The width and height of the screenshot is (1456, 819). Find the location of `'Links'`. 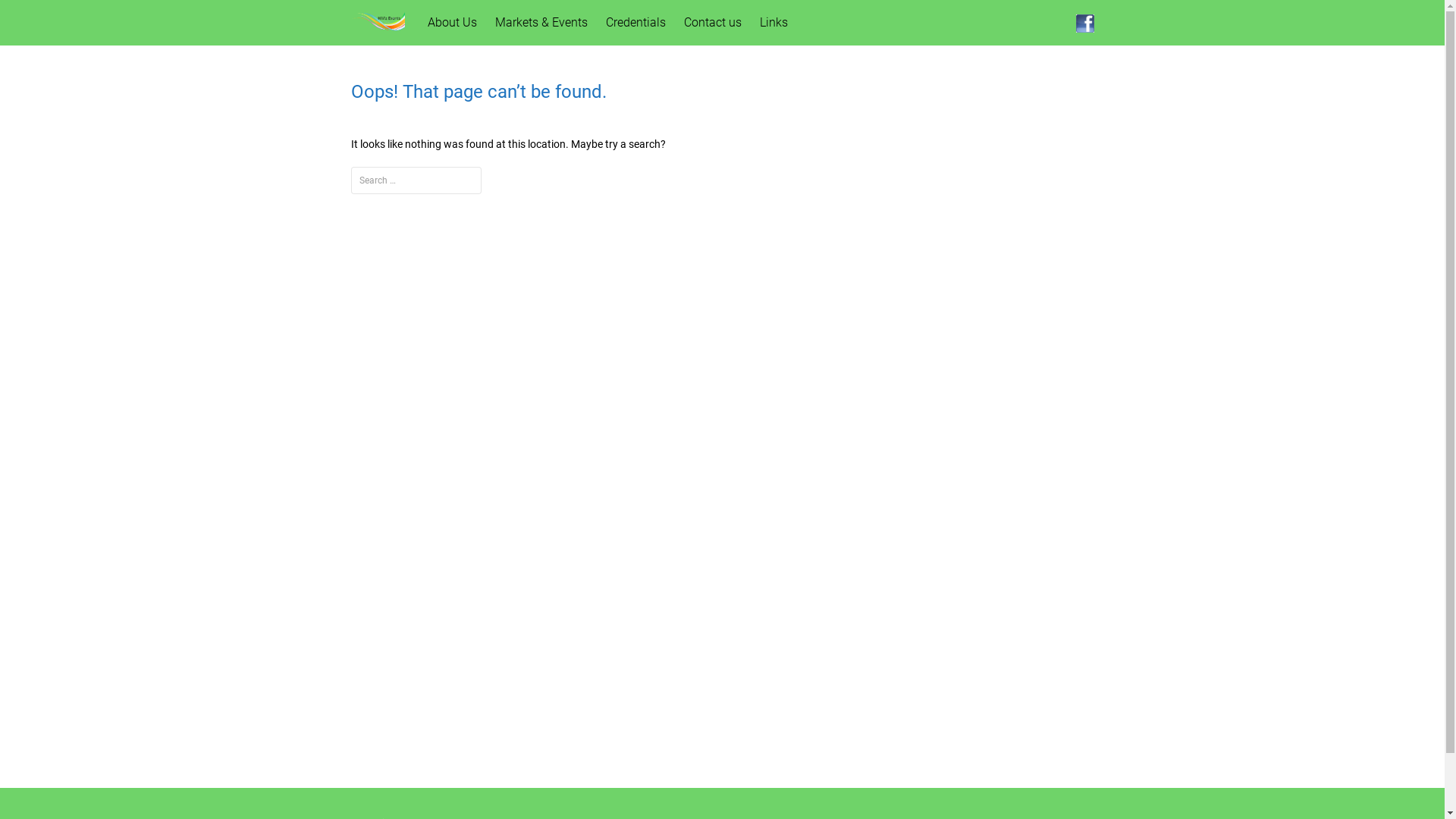

'Links' is located at coordinates (773, 23).